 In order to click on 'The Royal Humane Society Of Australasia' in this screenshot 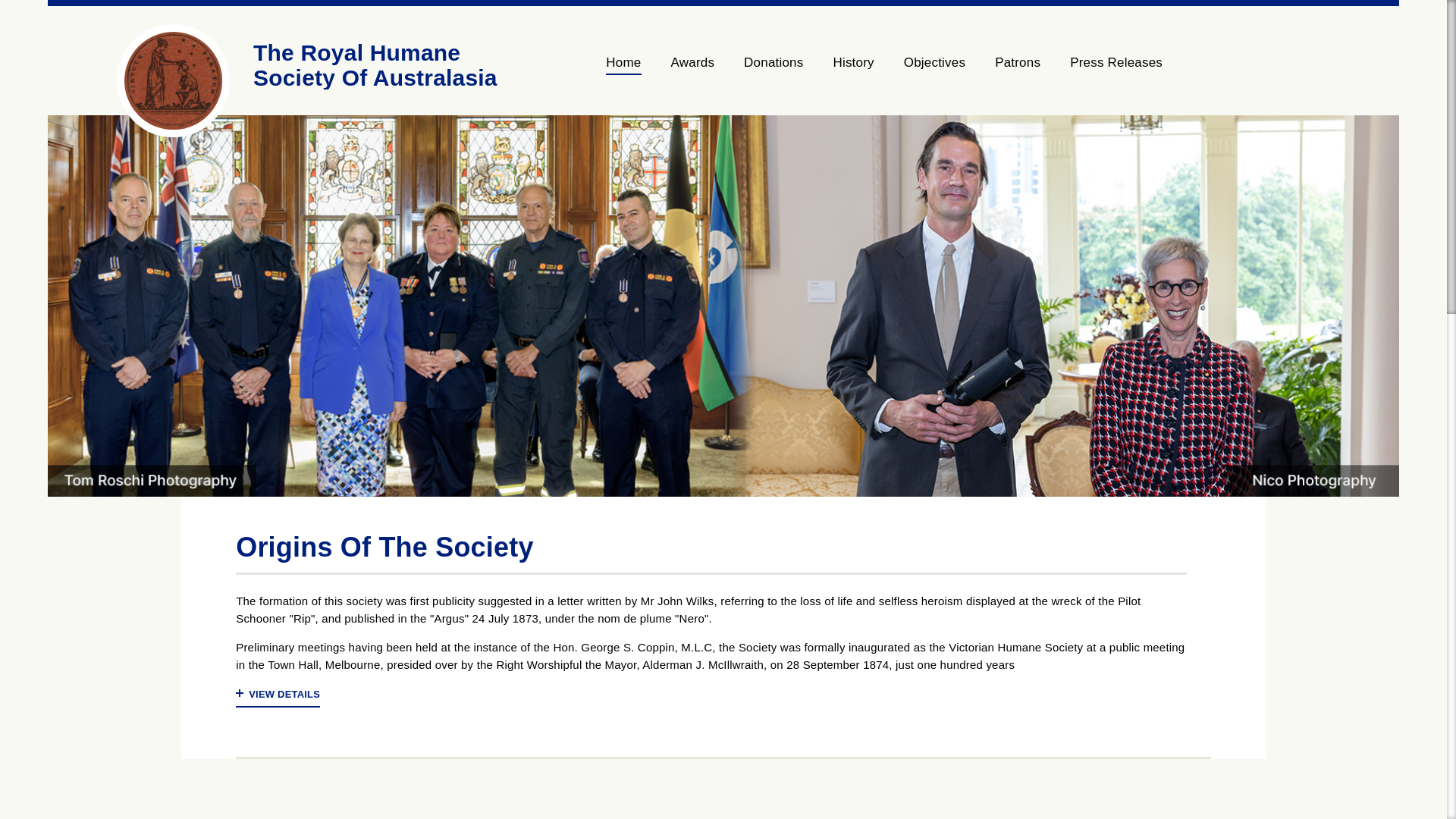, I will do `click(253, 64)`.